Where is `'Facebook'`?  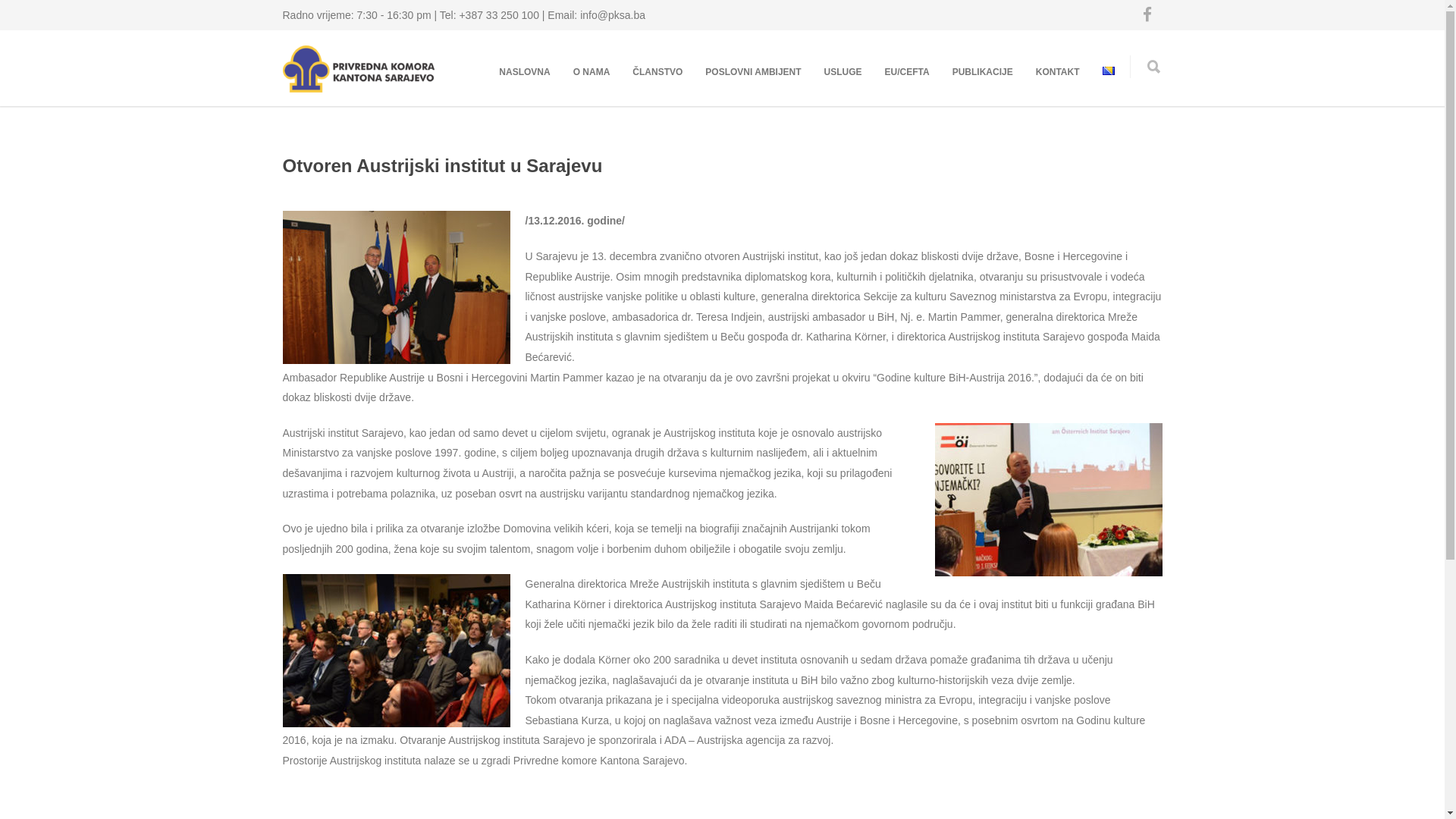
'Facebook' is located at coordinates (1131, 14).